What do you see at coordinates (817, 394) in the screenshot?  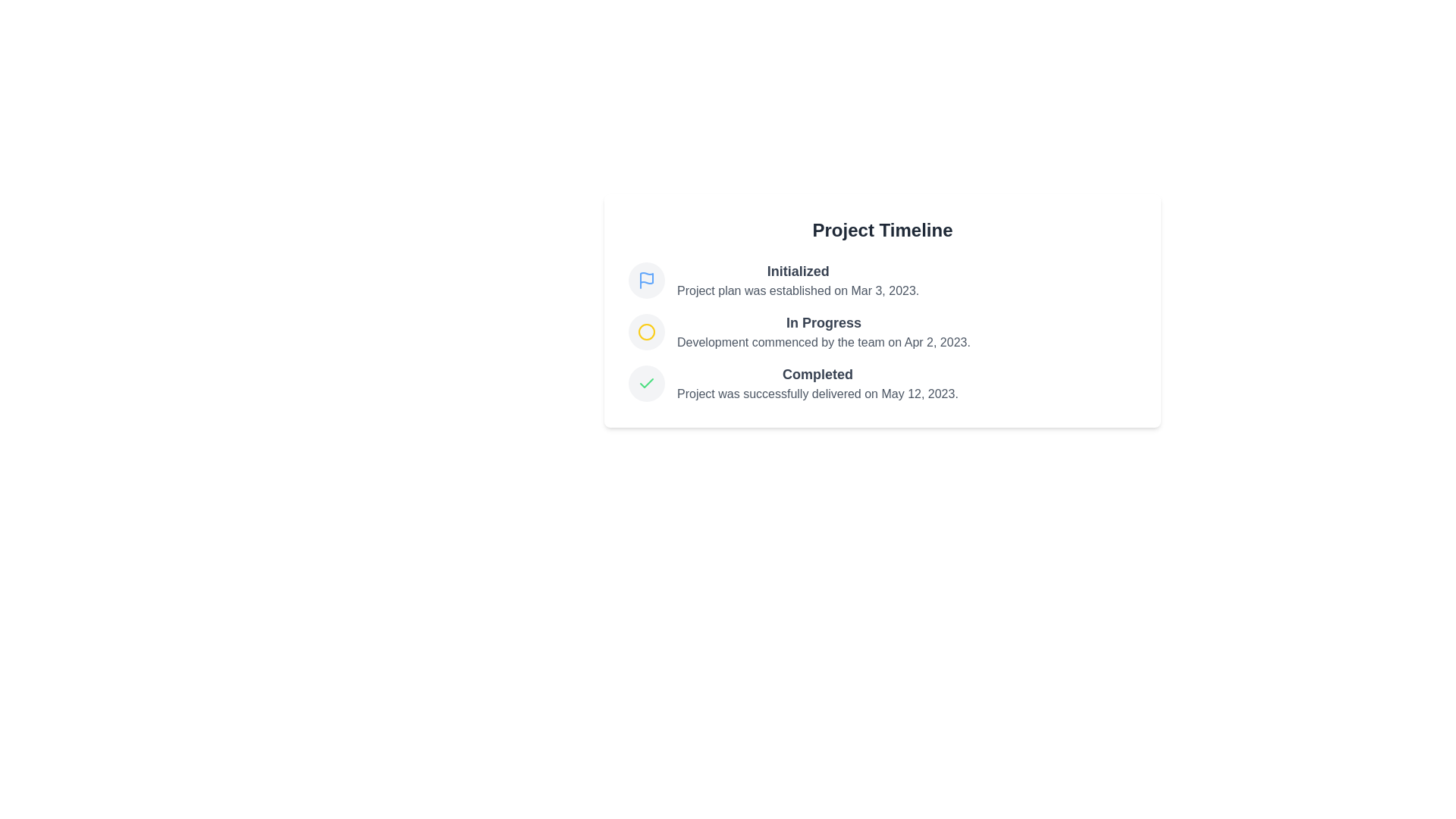 I see `the Text label displaying 'Project was successfully delivered on May 12, 2023.' located beneath the 'Completed' heading in the vertical timeline` at bounding box center [817, 394].